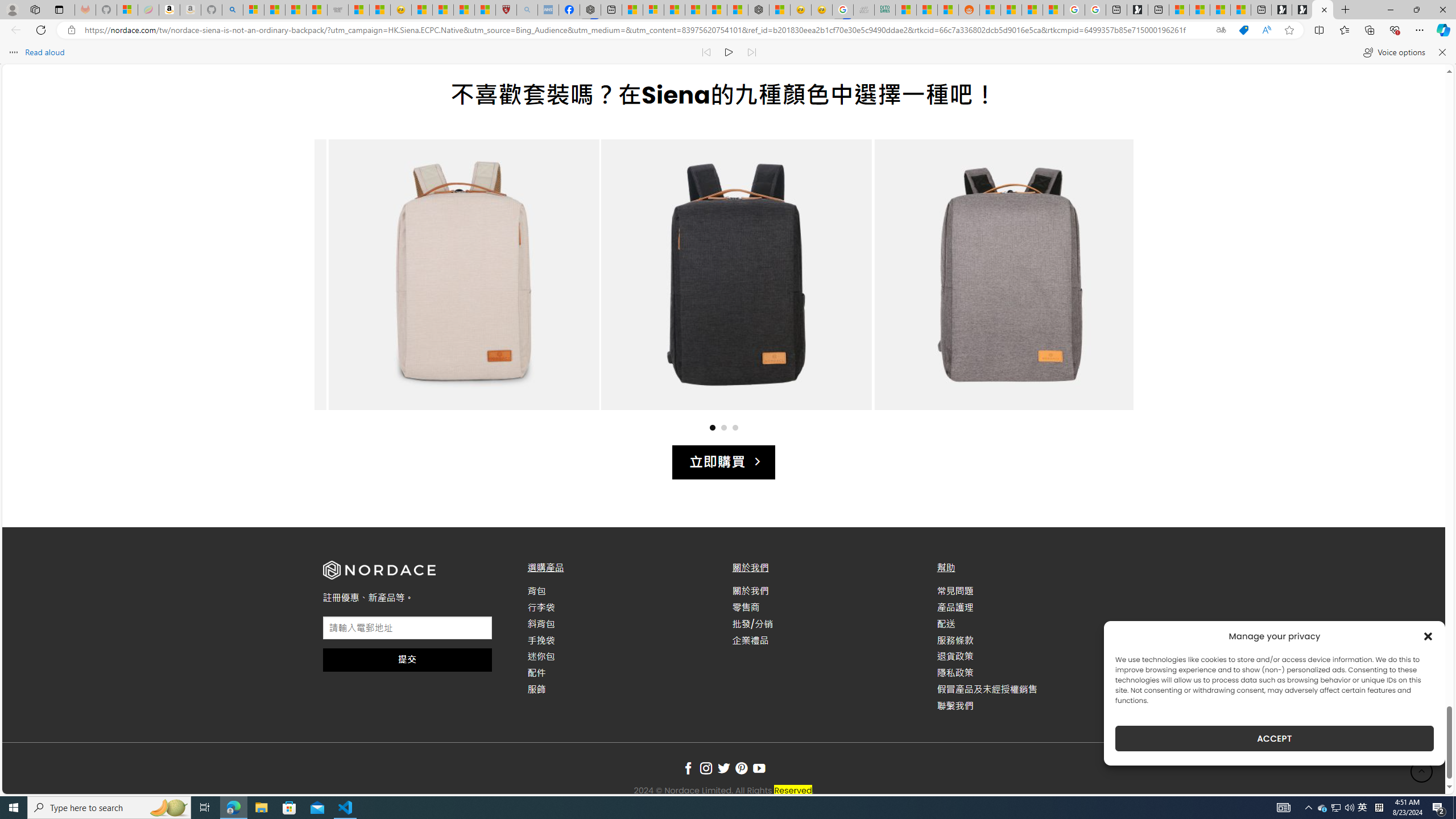 This screenshot has width=1456, height=819. What do you see at coordinates (759, 768) in the screenshot?
I see `'Follow on YouTube'` at bounding box center [759, 768].